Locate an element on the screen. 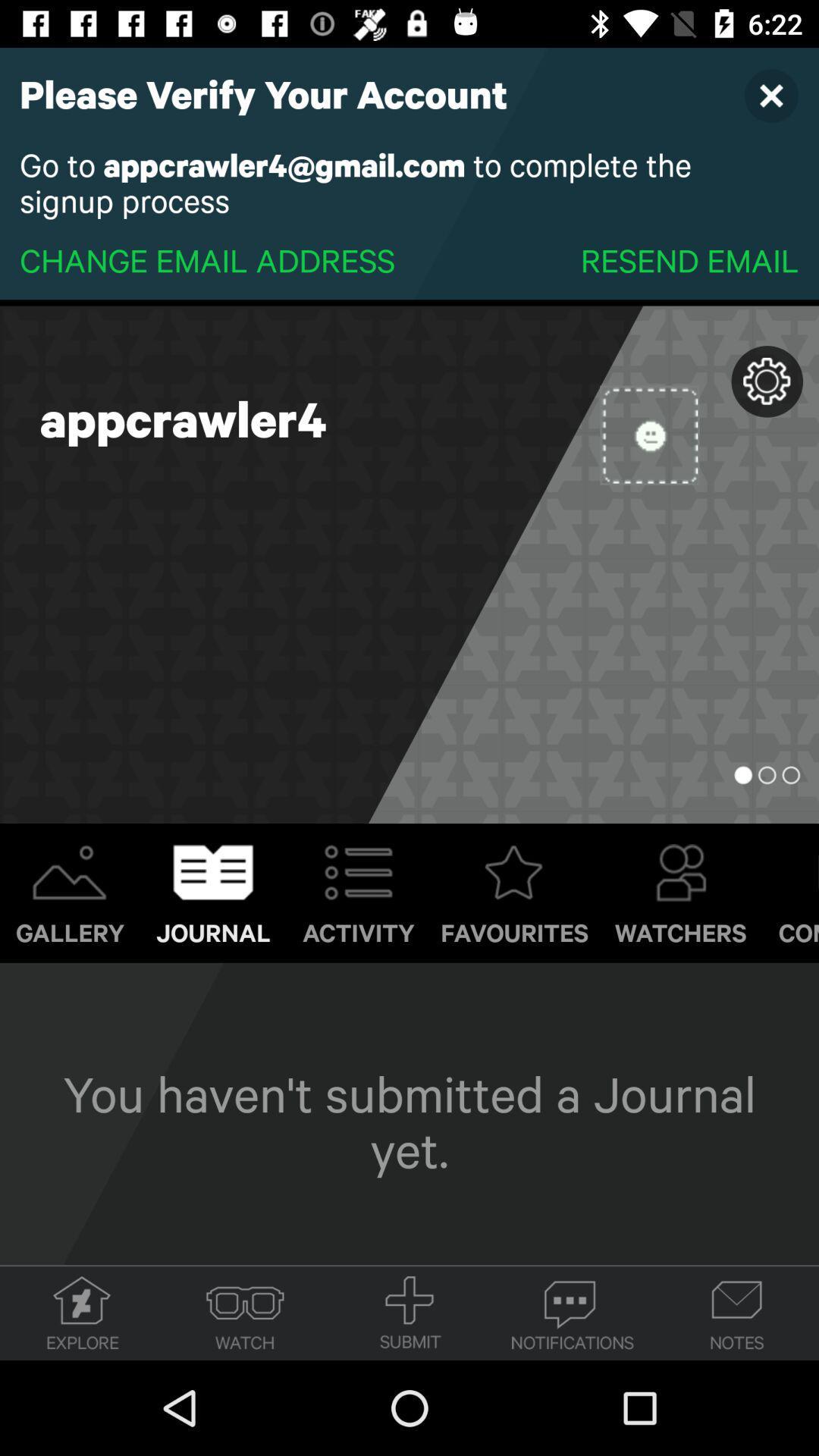 This screenshot has width=819, height=1456. item below the go to appcrawler4 item is located at coordinates (689, 259).